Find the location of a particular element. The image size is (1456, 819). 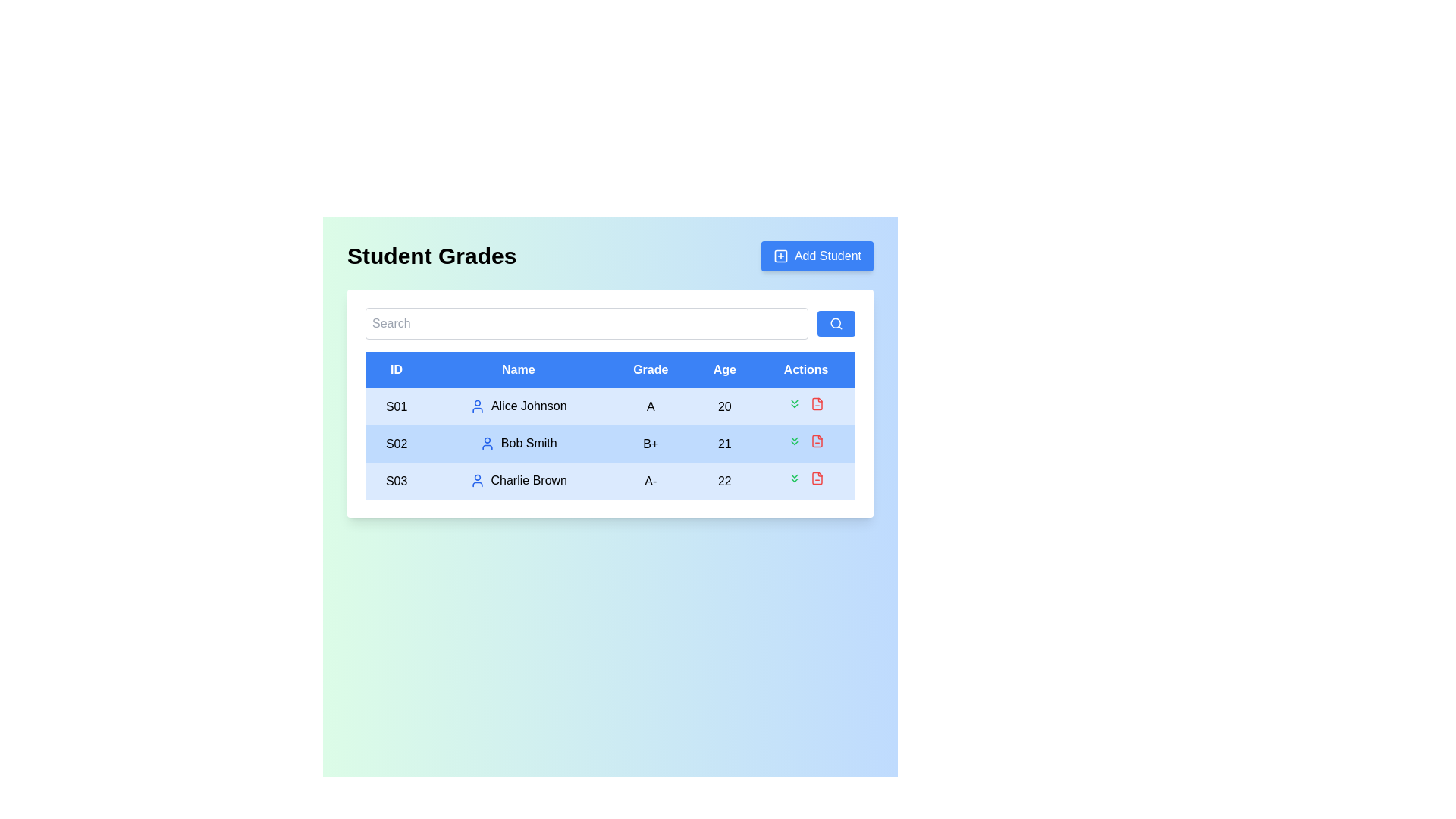

value displayed in the read-only text cell indicating the age of the individual in the third row of the table under the 'Age' column is located at coordinates (723, 481).